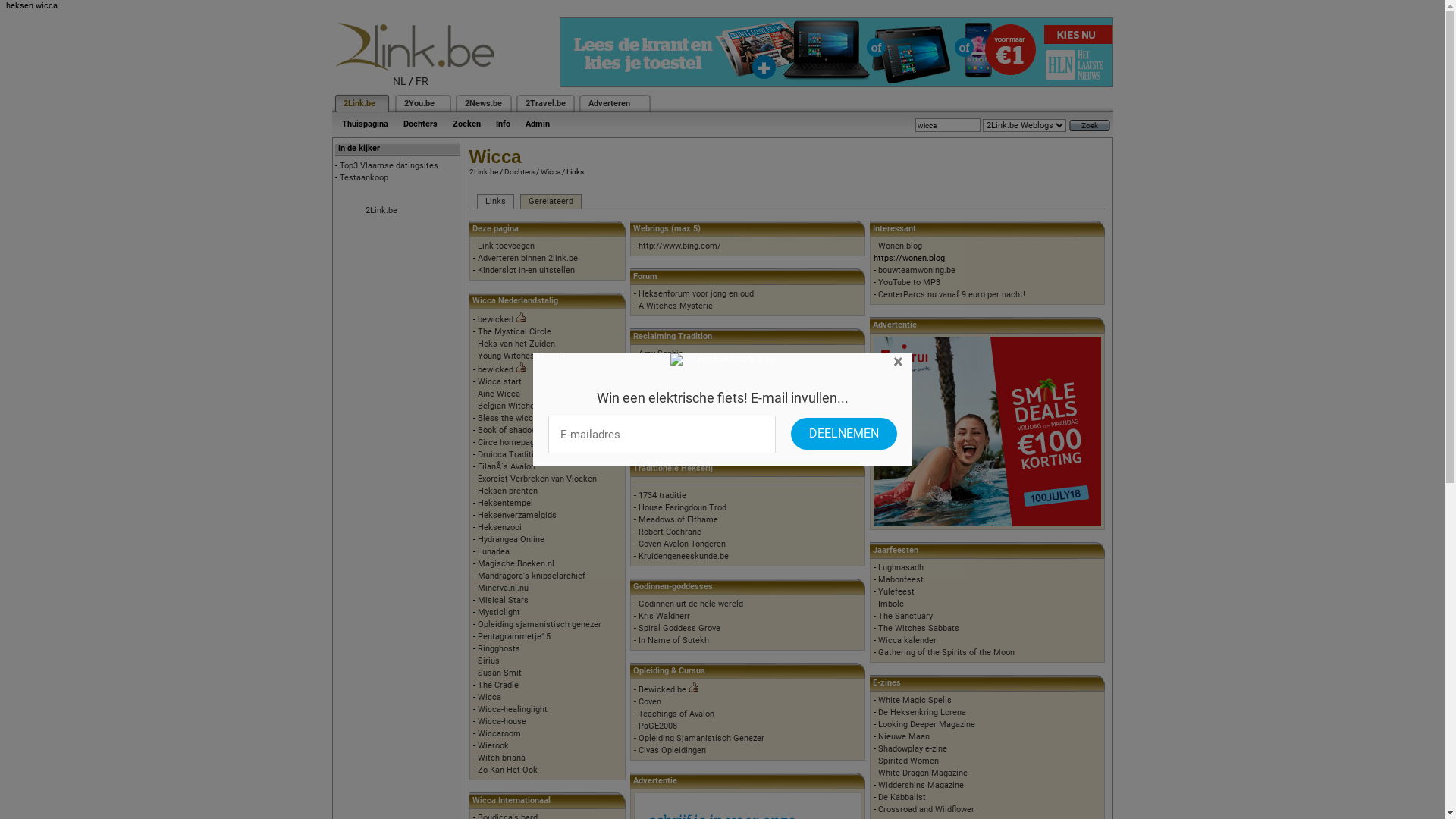  I want to click on 'Info', so click(503, 123).